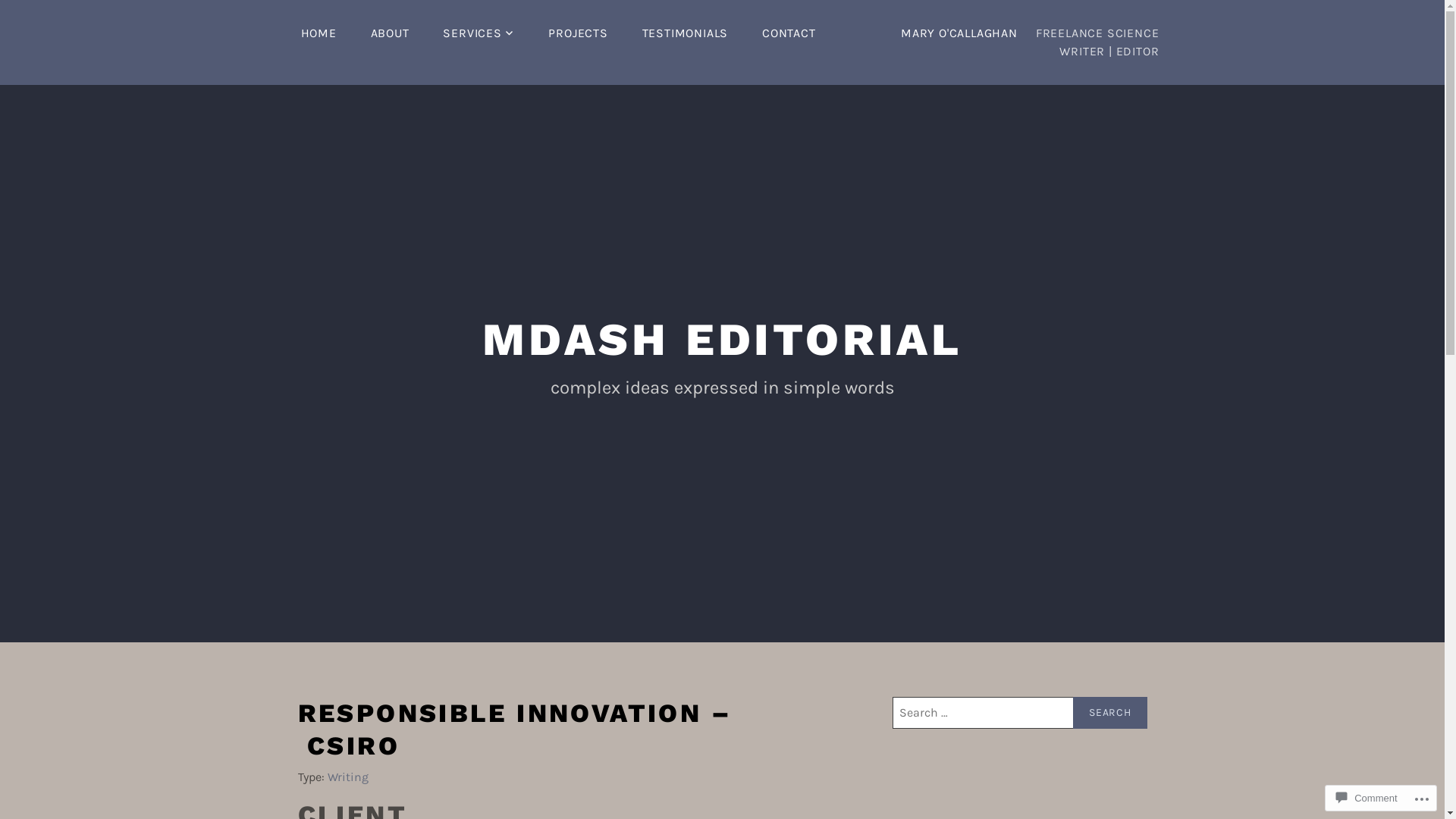 The width and height of the screenshot is (1456, 819). I want to click on 'HOME', so click(317, 33).